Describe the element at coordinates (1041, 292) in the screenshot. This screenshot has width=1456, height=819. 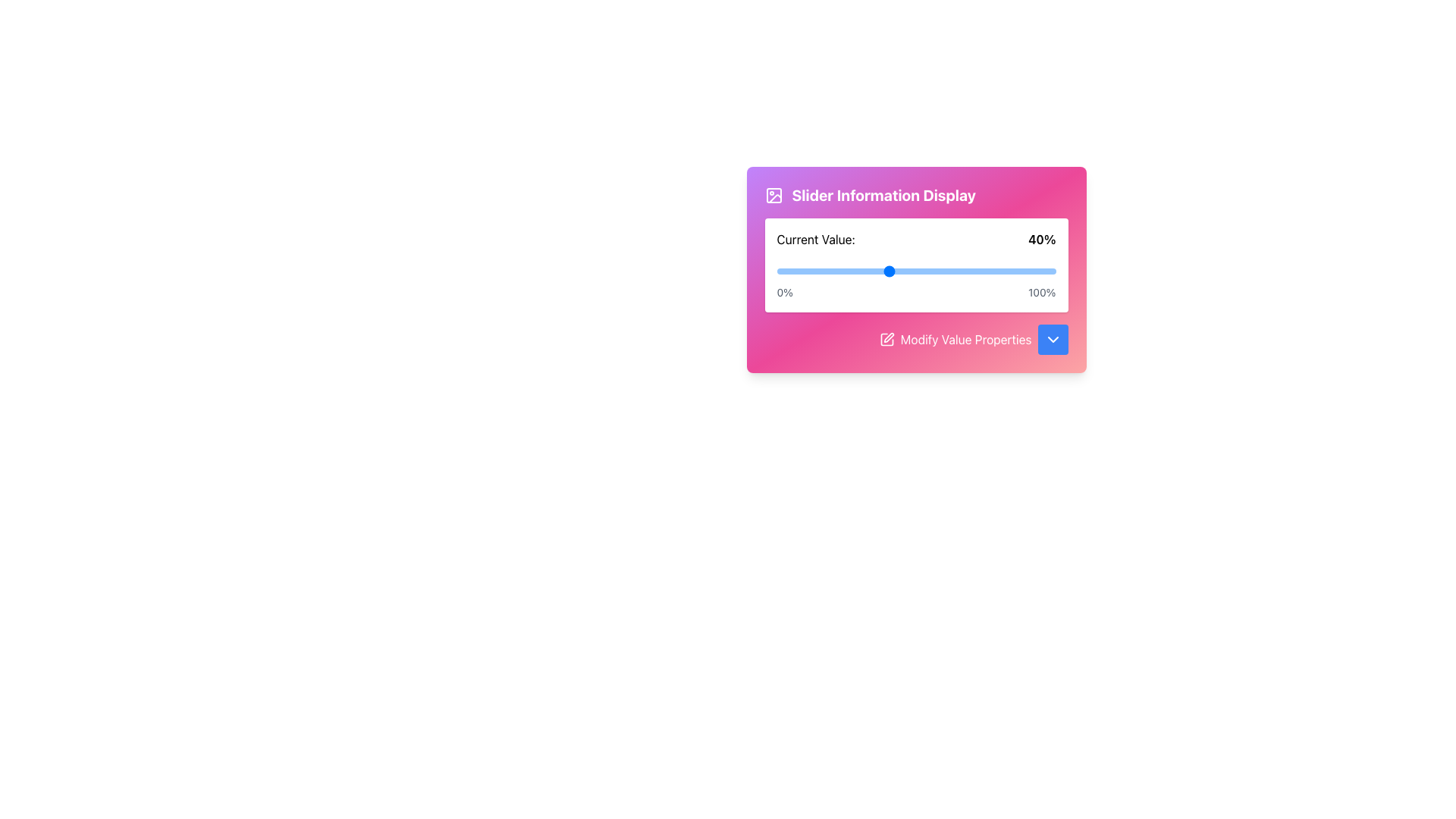
I see `the '100%' text label displayed in bold font, located at the bottom-right corner of a slider component on a gradient background` at that location.